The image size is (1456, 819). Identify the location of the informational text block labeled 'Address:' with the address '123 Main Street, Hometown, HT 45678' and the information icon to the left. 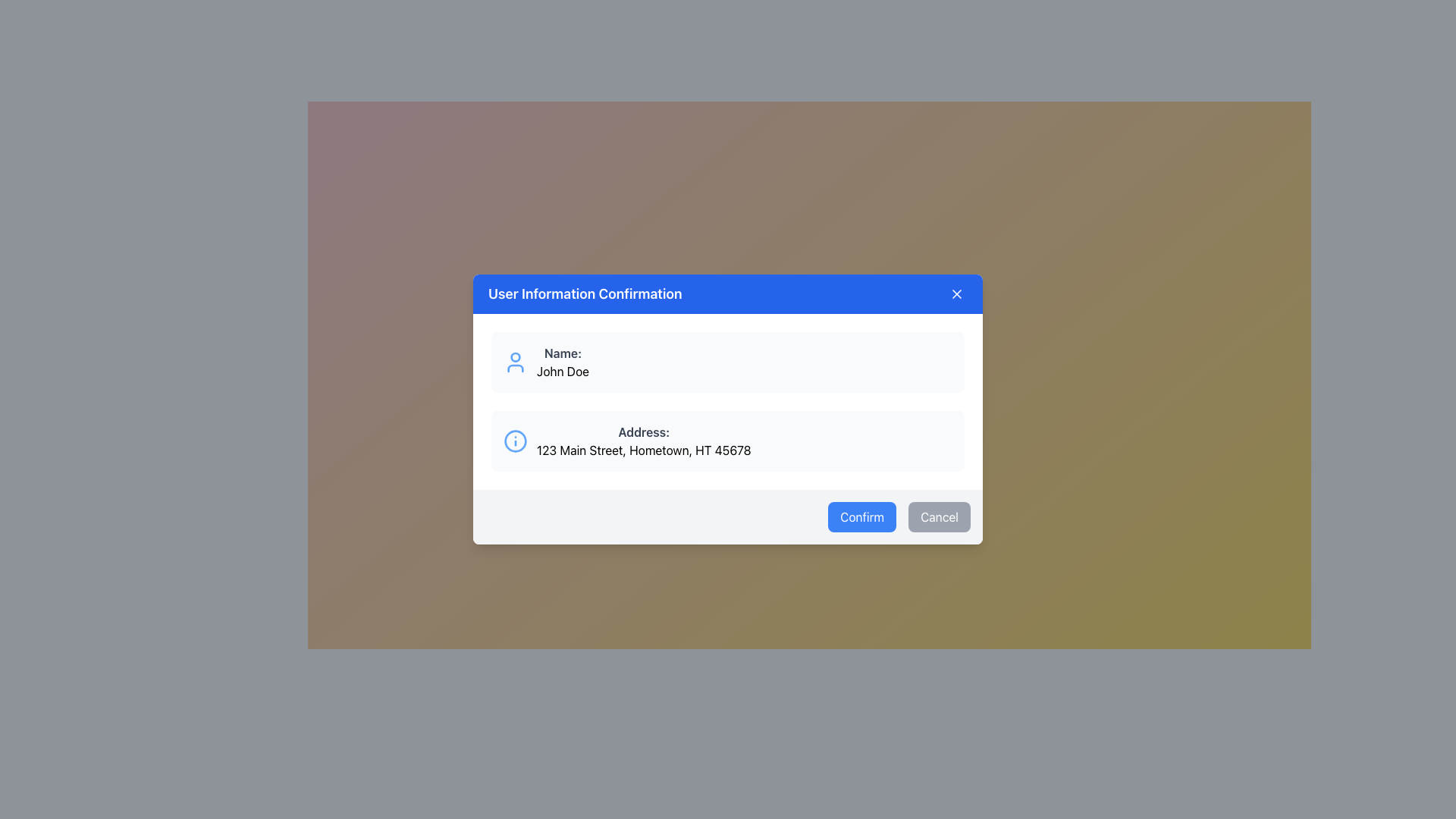
(728, 441).